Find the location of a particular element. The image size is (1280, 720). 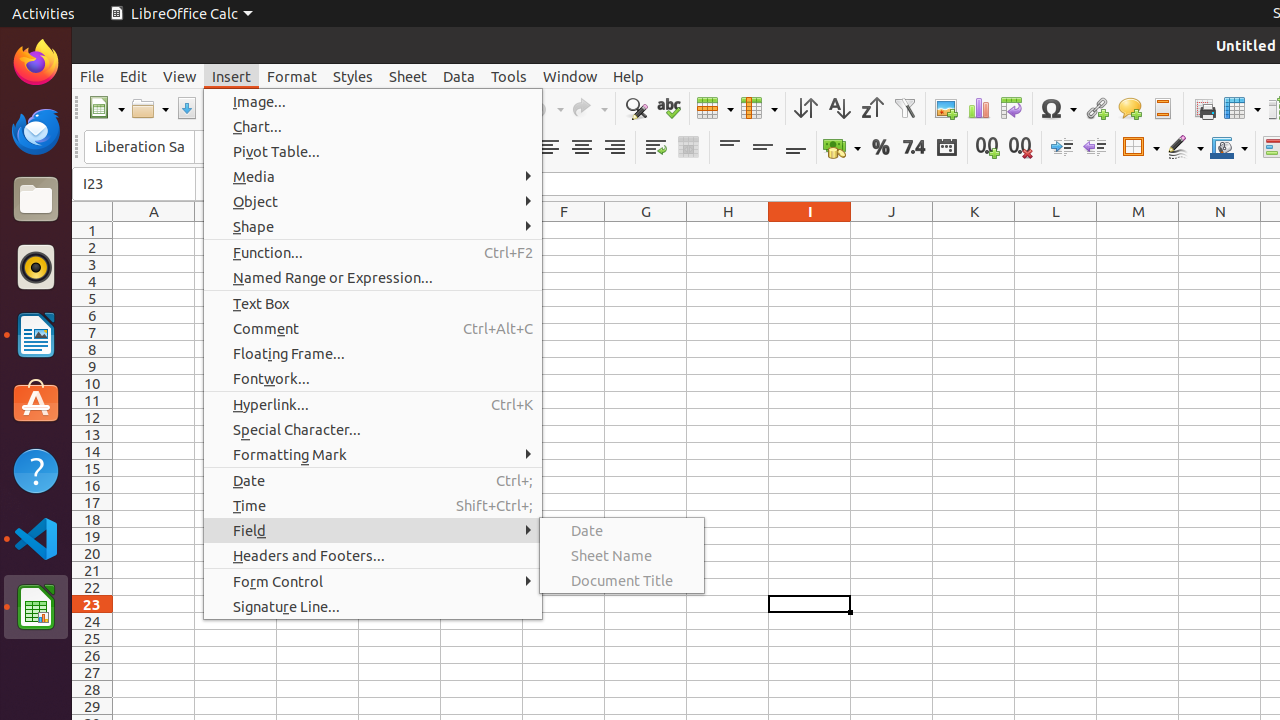

'Data' is located at coordinates (458, 75).